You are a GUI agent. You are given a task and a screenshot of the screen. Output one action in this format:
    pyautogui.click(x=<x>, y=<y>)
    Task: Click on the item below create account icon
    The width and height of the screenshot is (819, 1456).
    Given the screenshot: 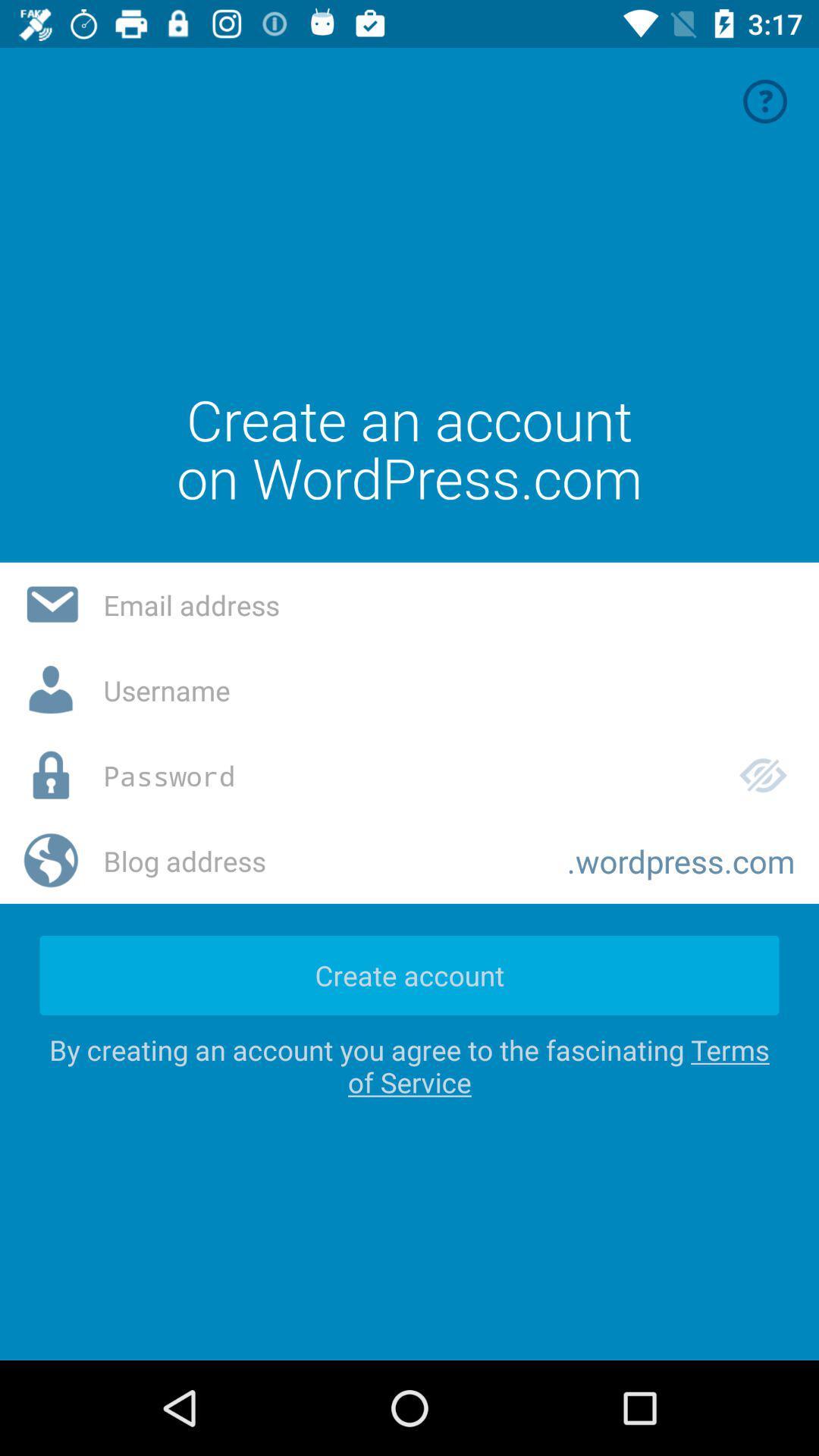 What is the action you would take?
    pyautogui.click(x=409, y=1065)
    